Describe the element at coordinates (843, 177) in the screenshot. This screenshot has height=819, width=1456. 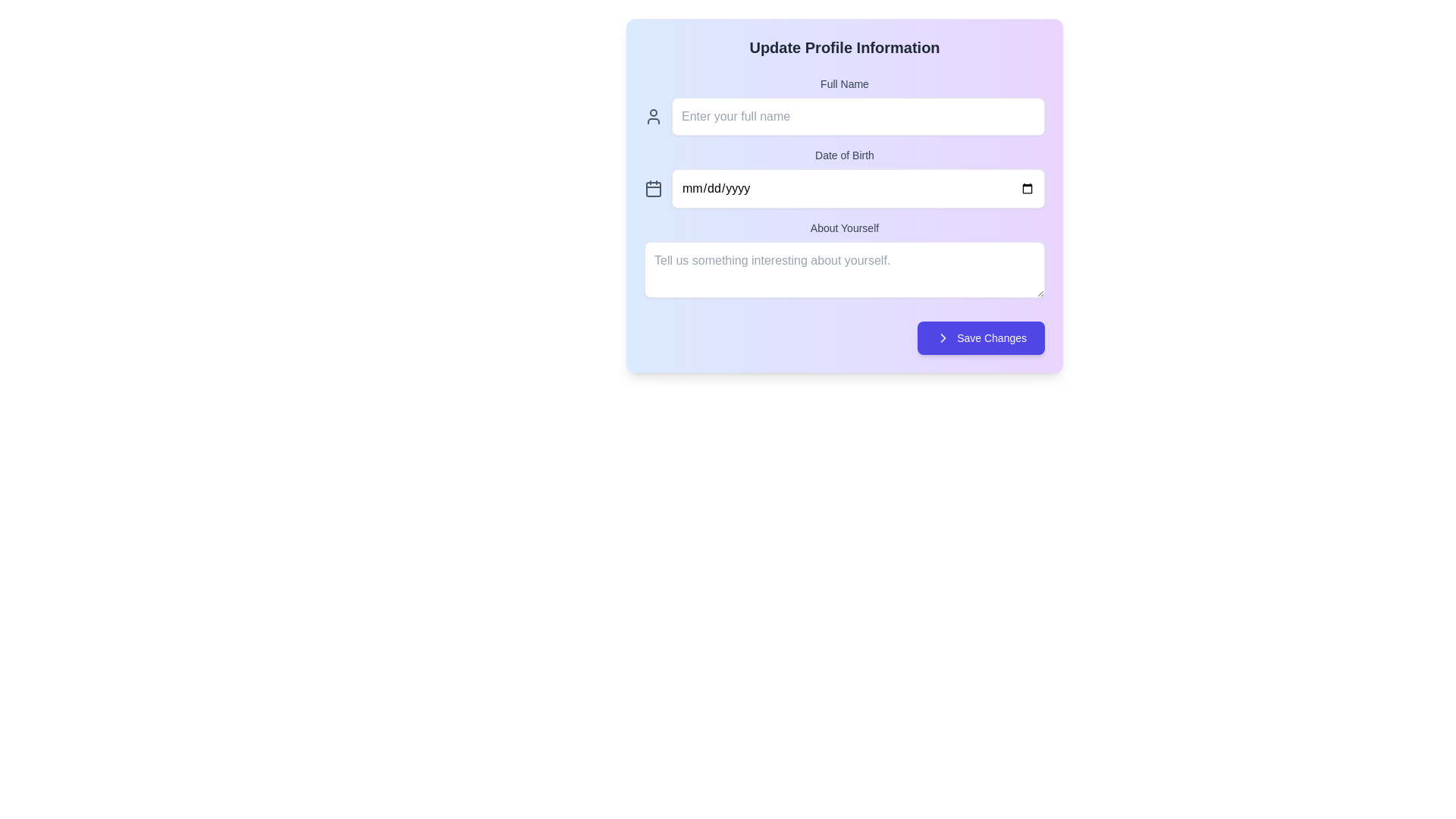
I see `the Date input field labeled 'Date of Birth' in the 'Update Profile Information' form` at that location.